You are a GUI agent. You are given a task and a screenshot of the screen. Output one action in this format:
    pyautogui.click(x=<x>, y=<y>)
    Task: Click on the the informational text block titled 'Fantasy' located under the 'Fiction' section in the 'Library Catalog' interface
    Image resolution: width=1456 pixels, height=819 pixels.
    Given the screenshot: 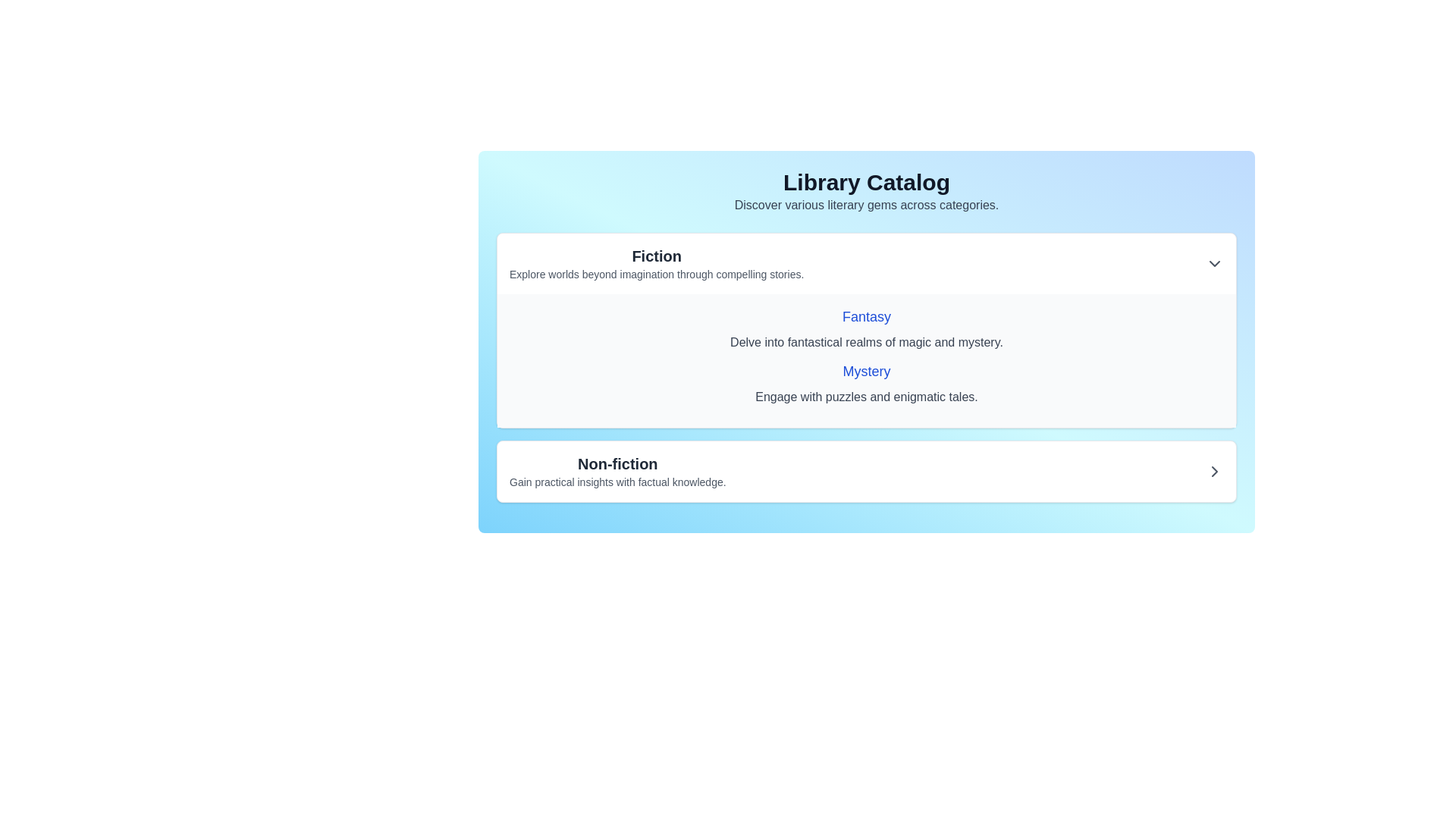 What is the action you would take?
    pyautogui.click(x=866, y=328)
    